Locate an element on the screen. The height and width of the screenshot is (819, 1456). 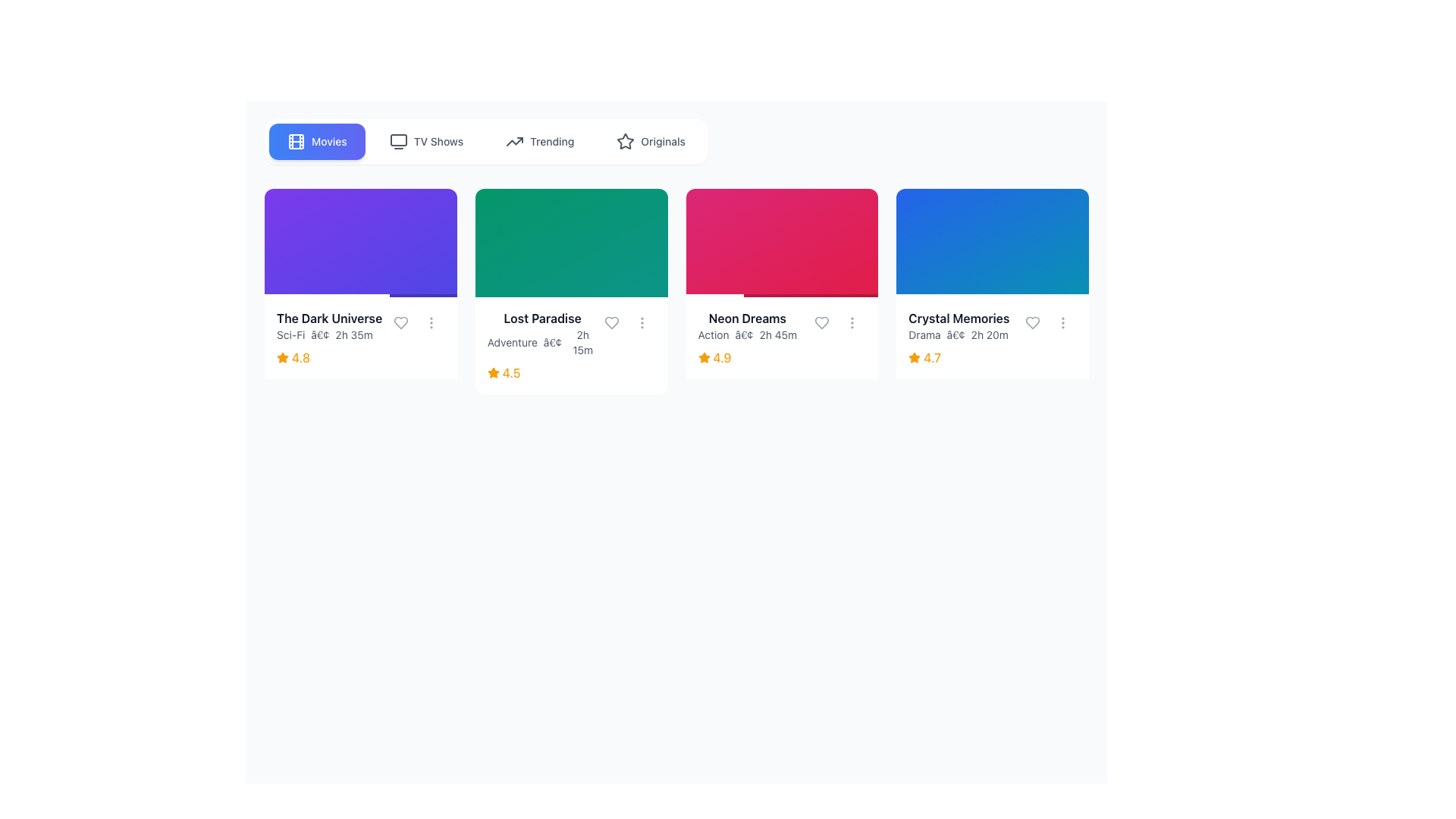
the text separator located between 'Action' and '2h 45m' within the description area of the 'Neon Dreams' card is located at coordinates (744, 334).